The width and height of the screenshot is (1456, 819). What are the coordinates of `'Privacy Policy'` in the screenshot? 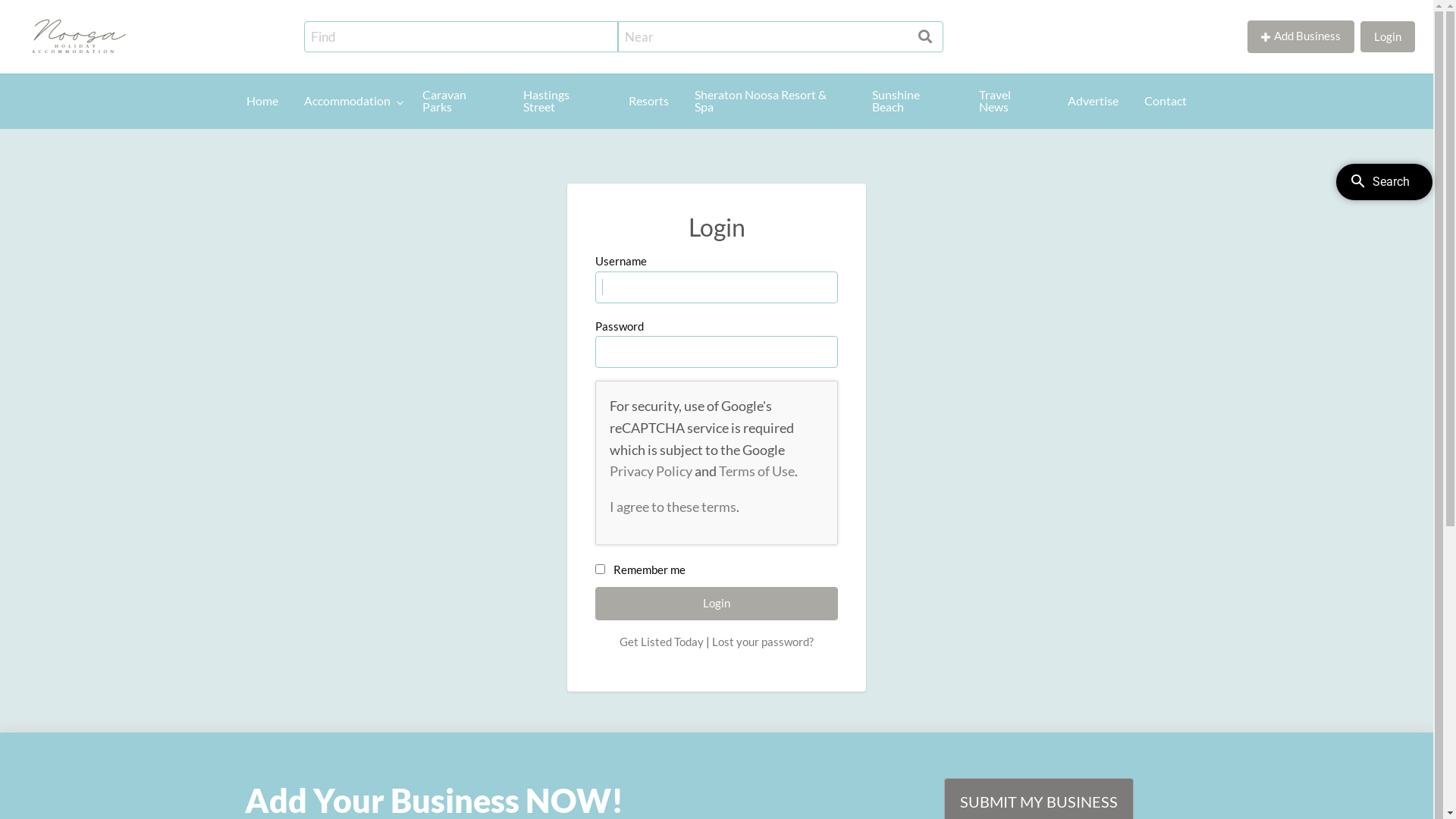 It's located at (651, 470).